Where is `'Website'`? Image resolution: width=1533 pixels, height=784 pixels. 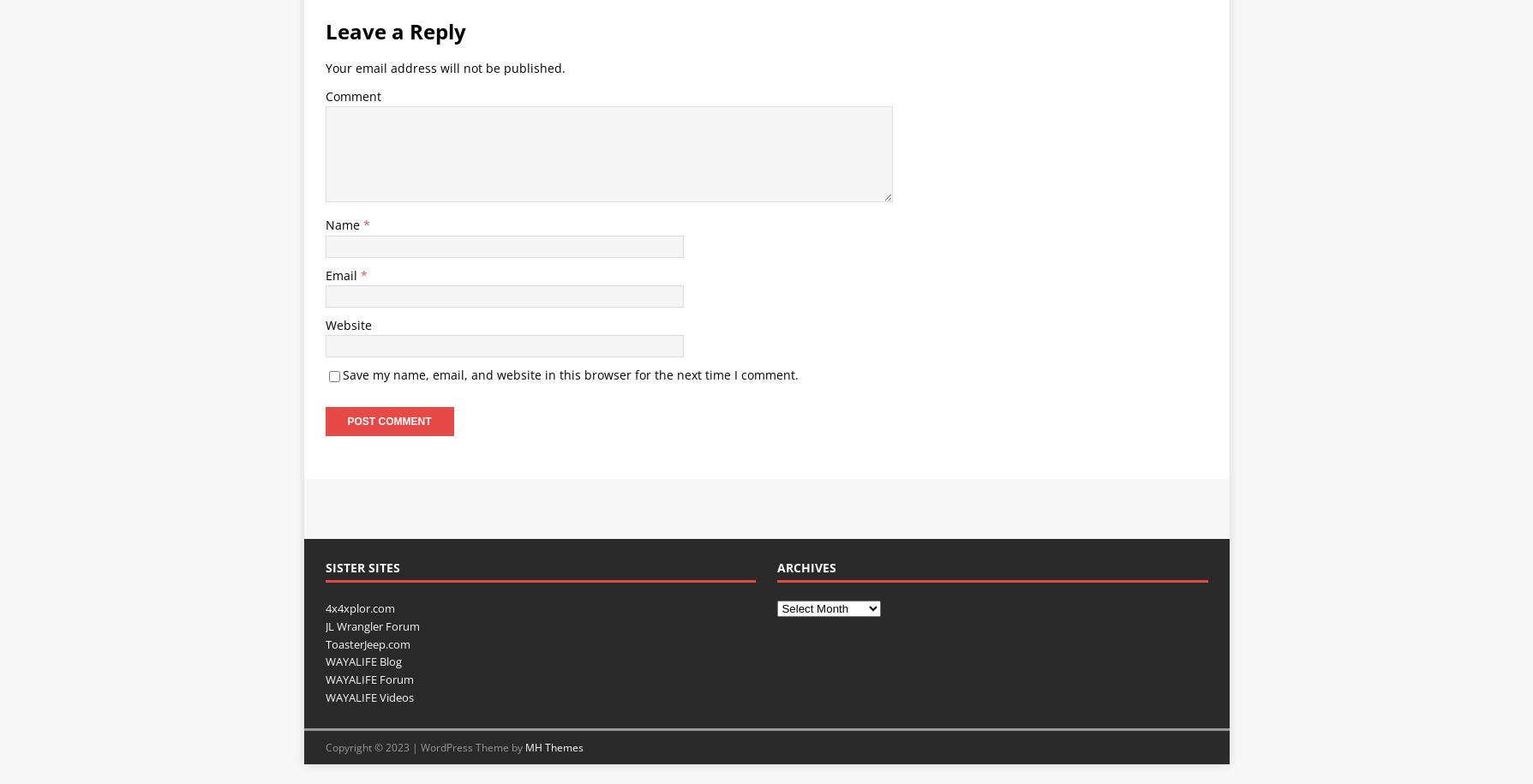 'Website' is located at coordinates (346, 324).